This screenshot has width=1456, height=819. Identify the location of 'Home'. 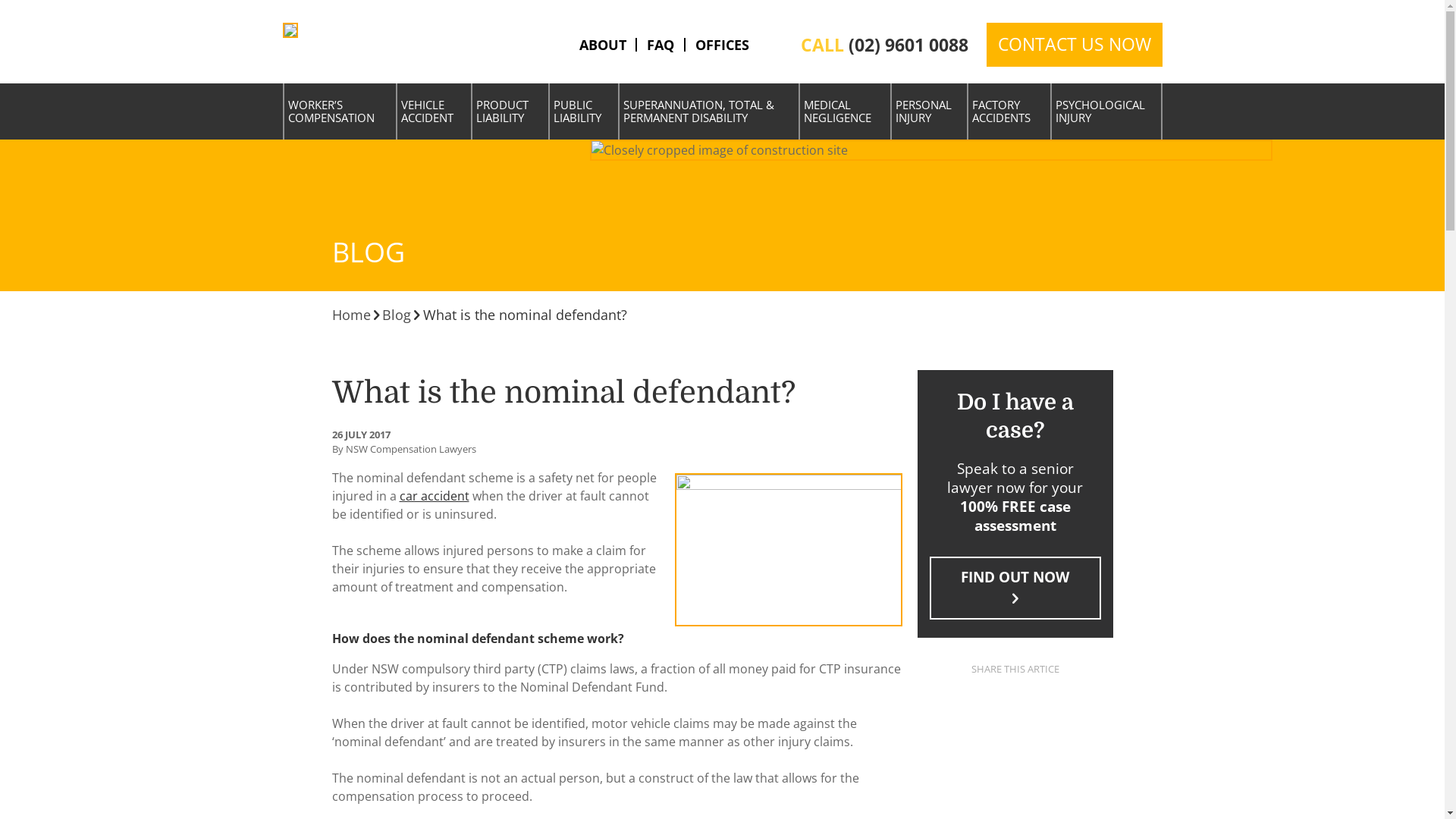
(350, 314).